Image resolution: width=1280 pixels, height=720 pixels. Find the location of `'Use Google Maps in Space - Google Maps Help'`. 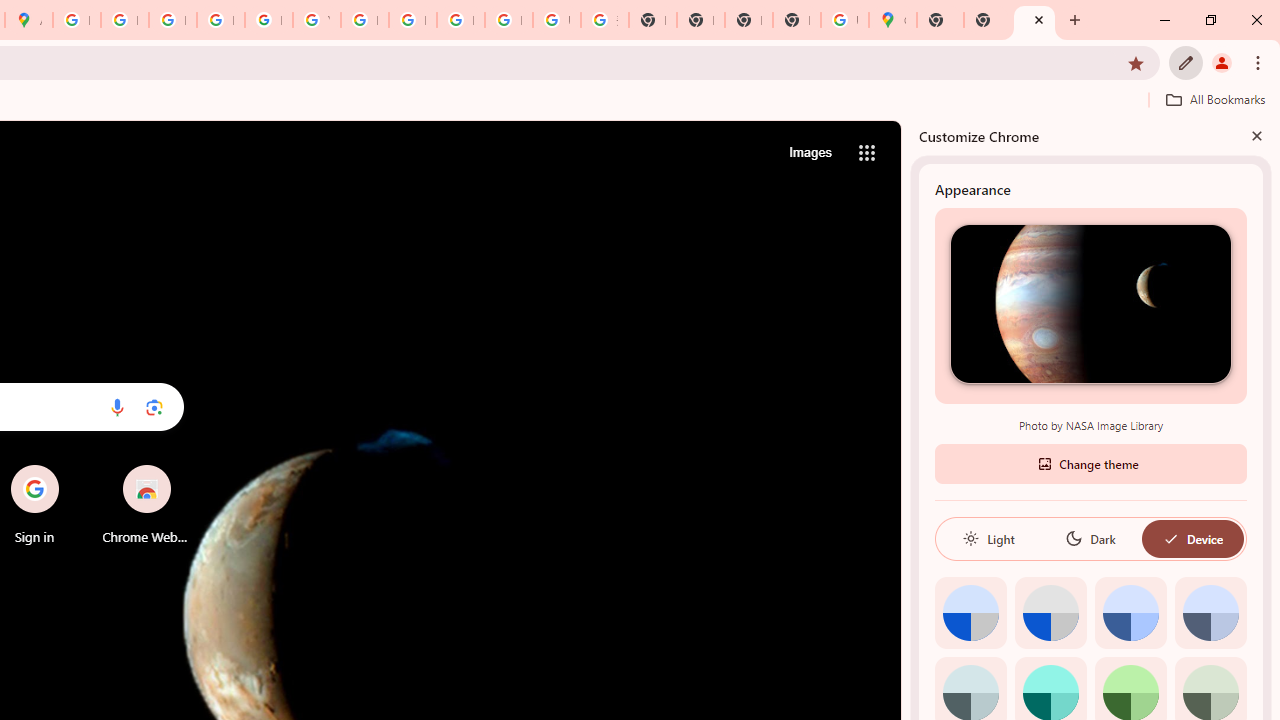

'Use Google Maps in Space - Google Maps Help' is located at coordinates (844, 20).